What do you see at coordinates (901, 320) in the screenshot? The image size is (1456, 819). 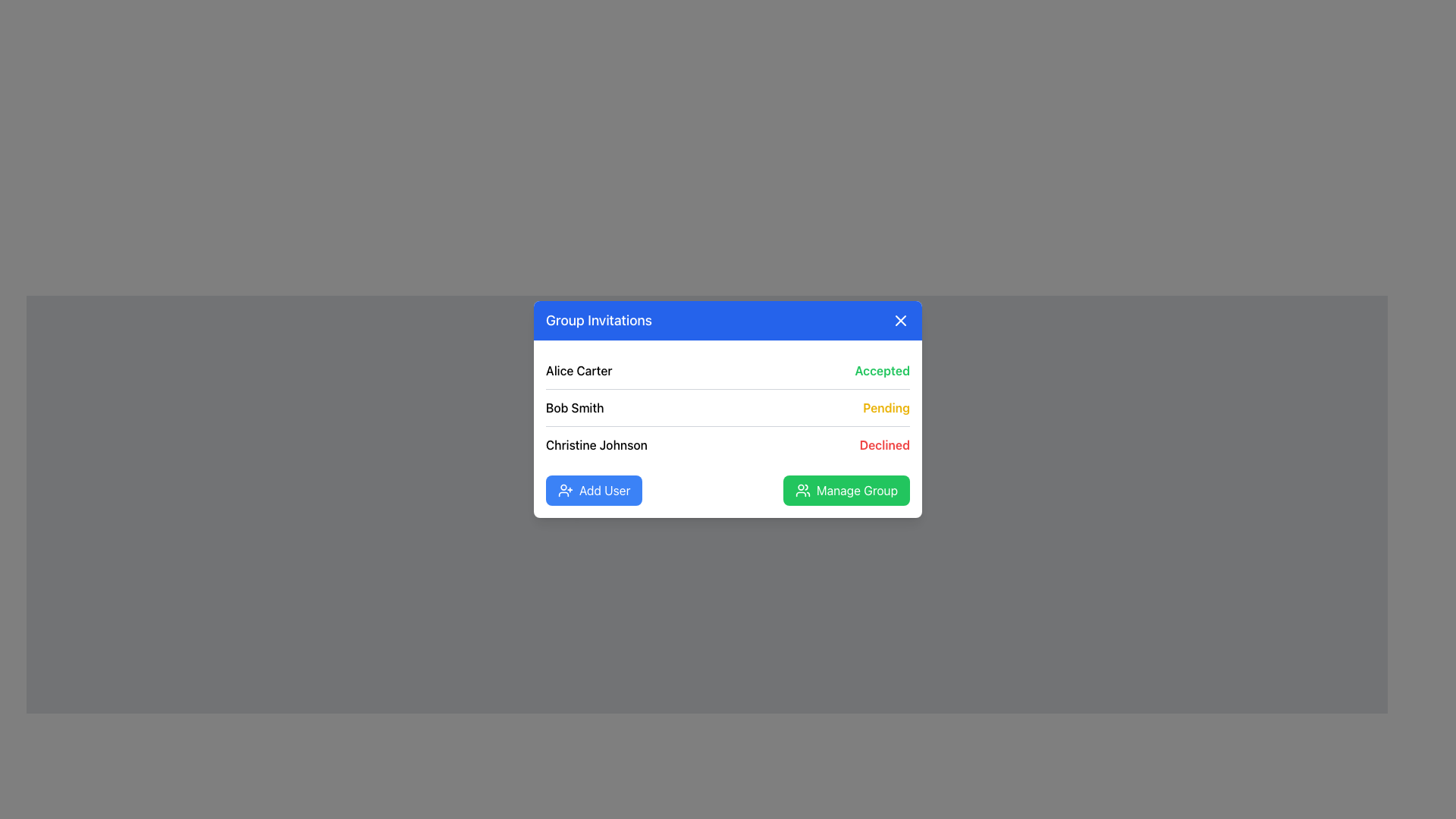 I see `the small diagonal cross (X) button located at the top-right corner of the 'Group Invitations' blue header bar` at bounding box center [901, 320].